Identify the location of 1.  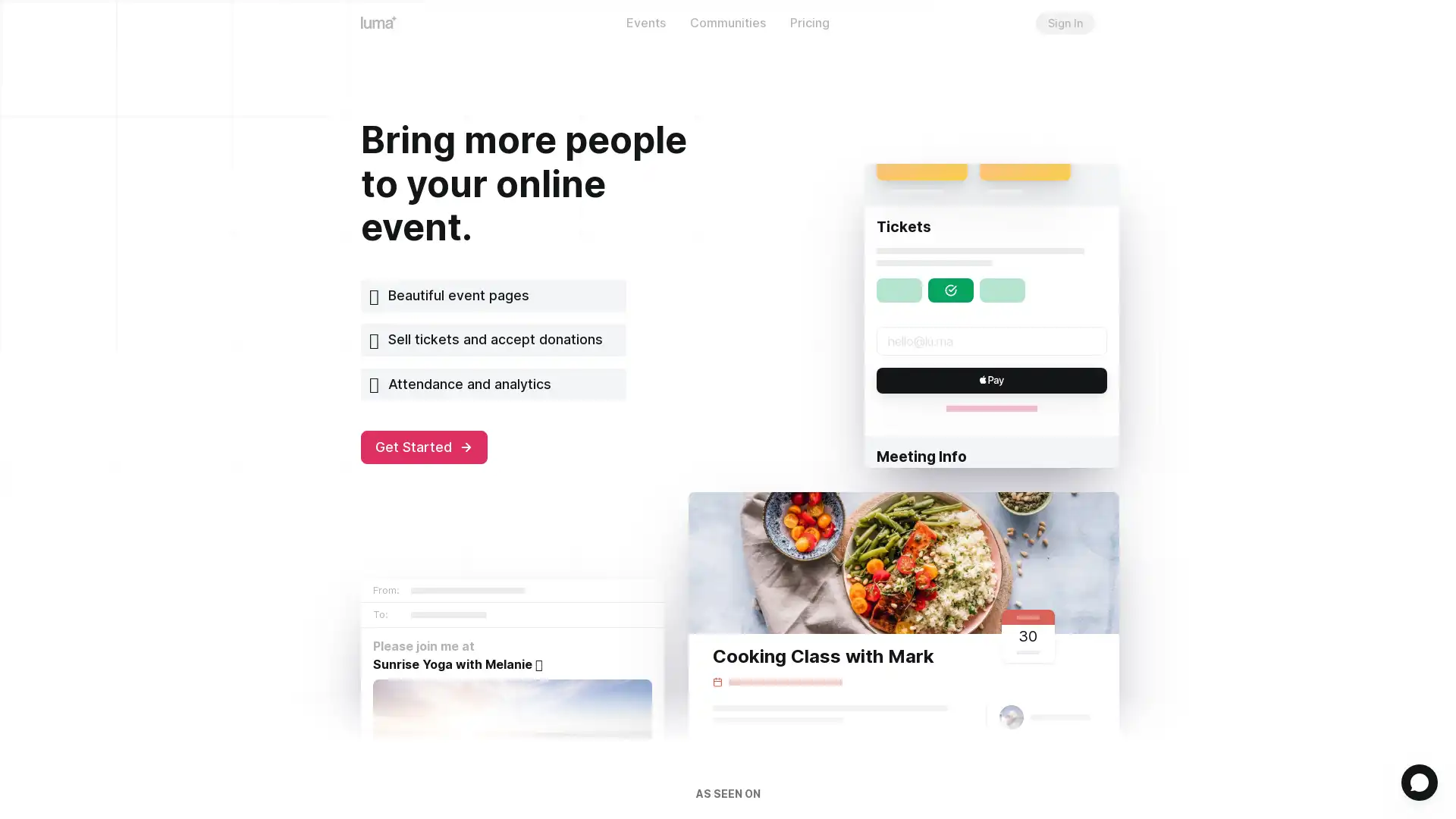
(1419, 783).